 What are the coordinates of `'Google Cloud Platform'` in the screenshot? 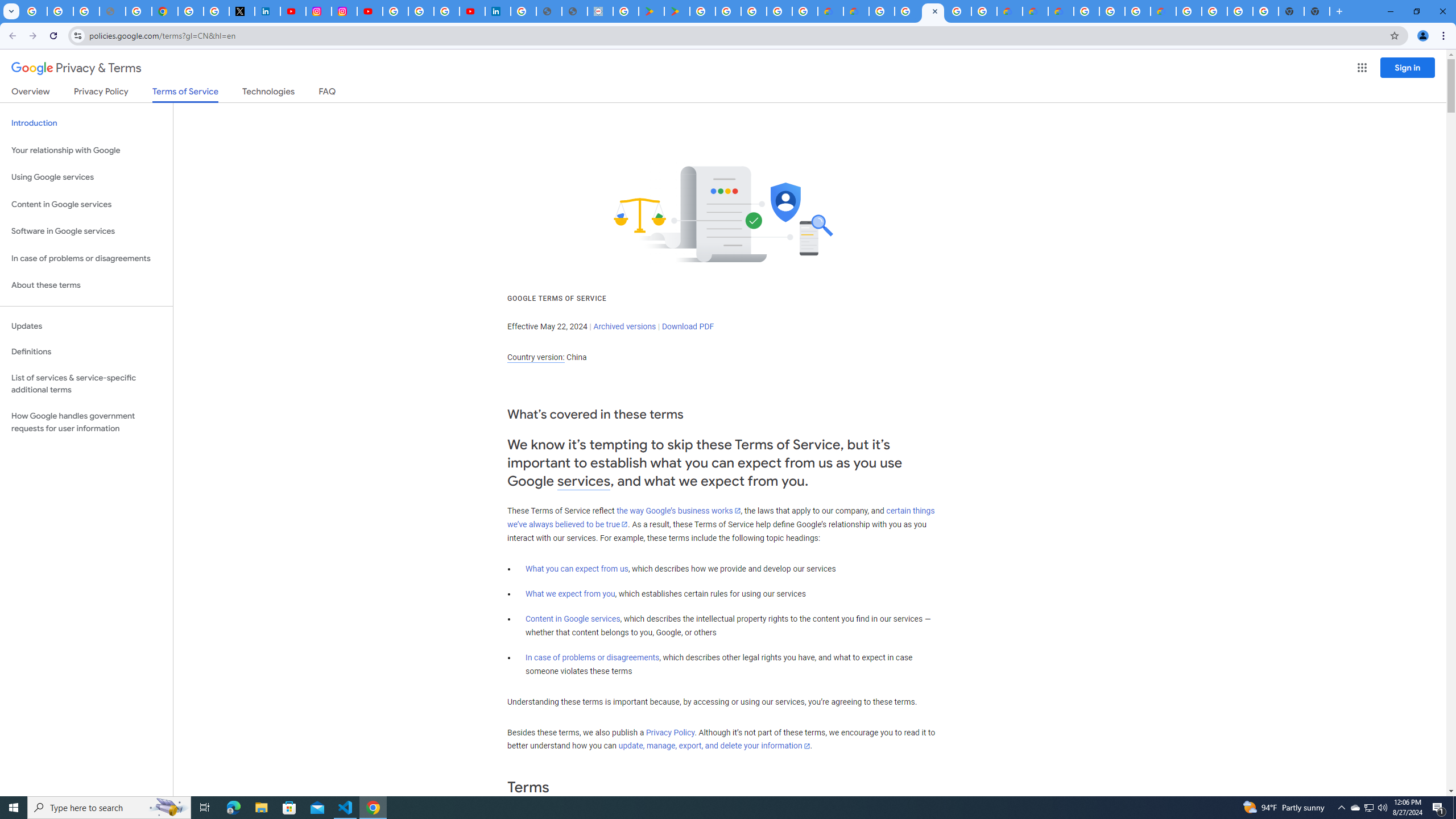 It's located at (1189, 11).